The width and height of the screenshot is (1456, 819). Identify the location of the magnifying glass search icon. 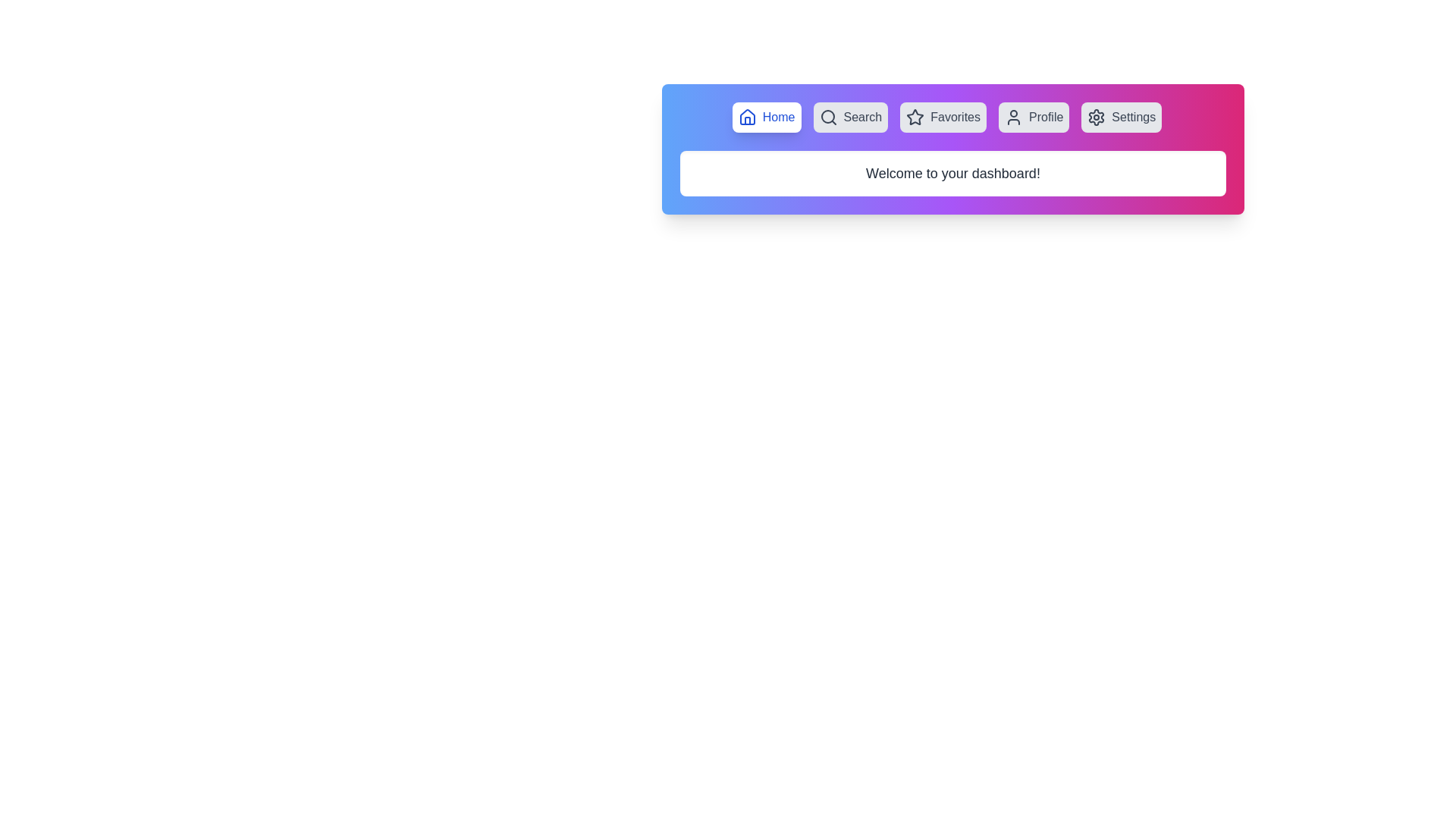
(827, 116).